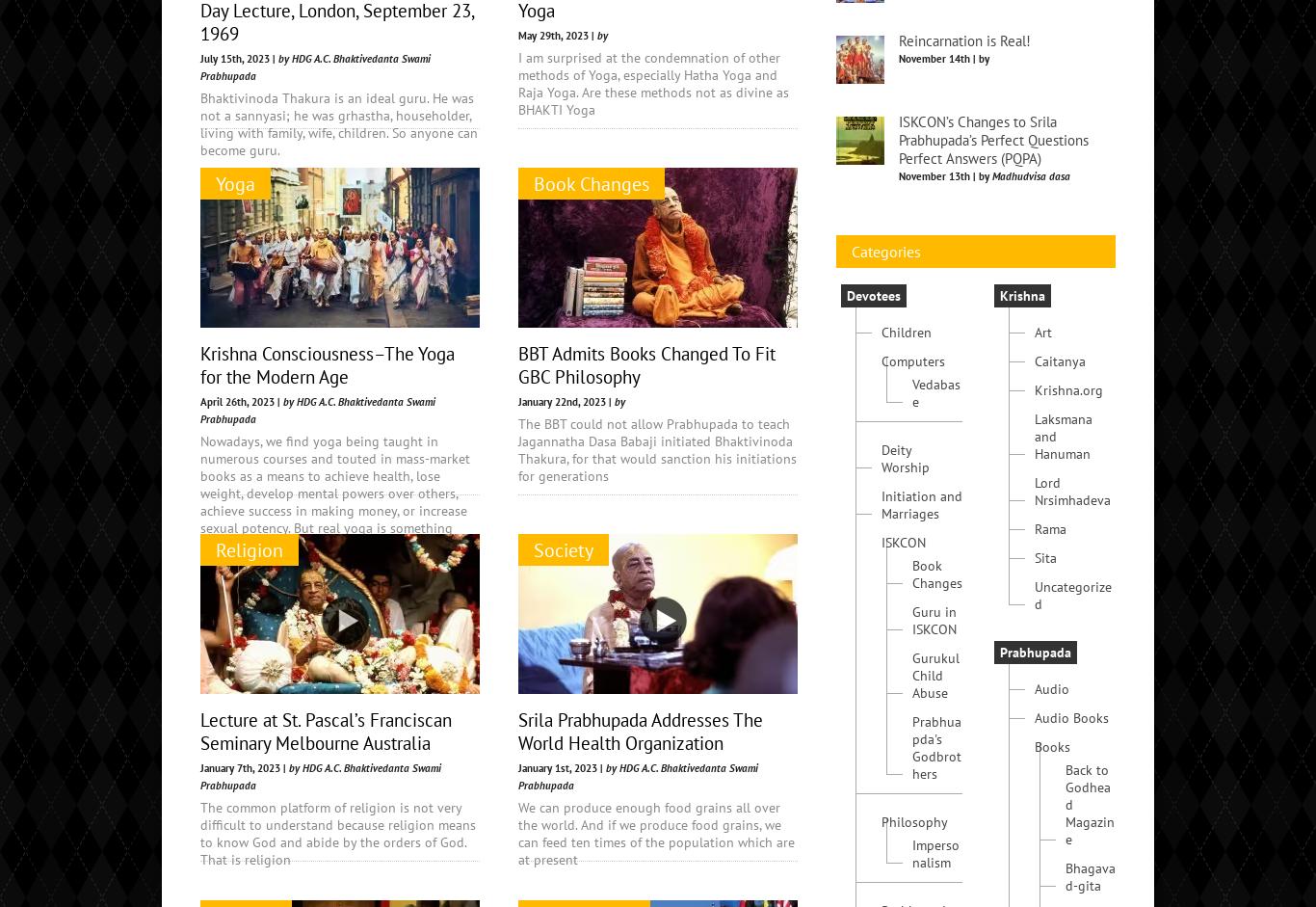  What do you see at coordinates (907, 475) in the screenshot?
I see `'Children'` at bounding box center [907, 475].